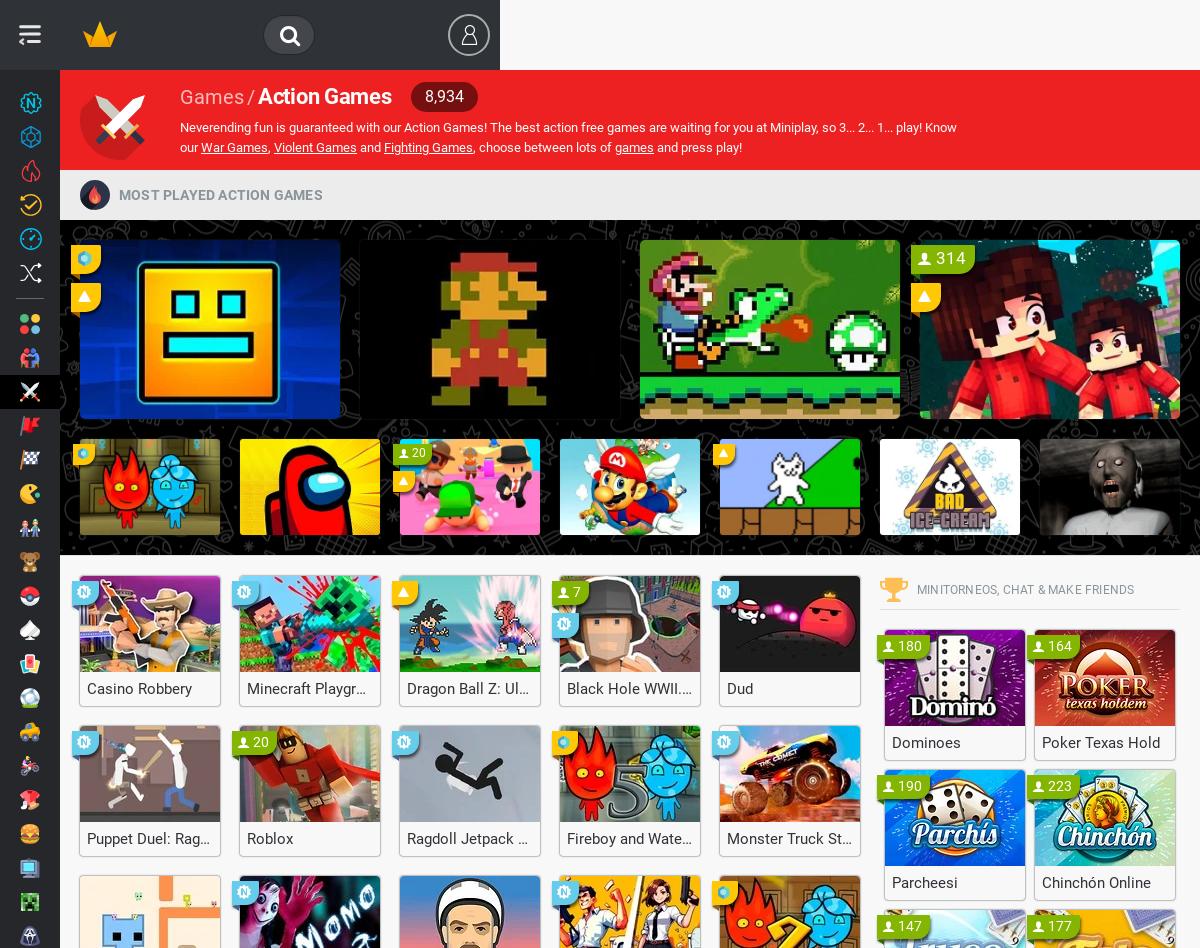 This screenshot has height=948, width=1200. I want to click on 'Black Hole WWII.io', so click(630, 688).